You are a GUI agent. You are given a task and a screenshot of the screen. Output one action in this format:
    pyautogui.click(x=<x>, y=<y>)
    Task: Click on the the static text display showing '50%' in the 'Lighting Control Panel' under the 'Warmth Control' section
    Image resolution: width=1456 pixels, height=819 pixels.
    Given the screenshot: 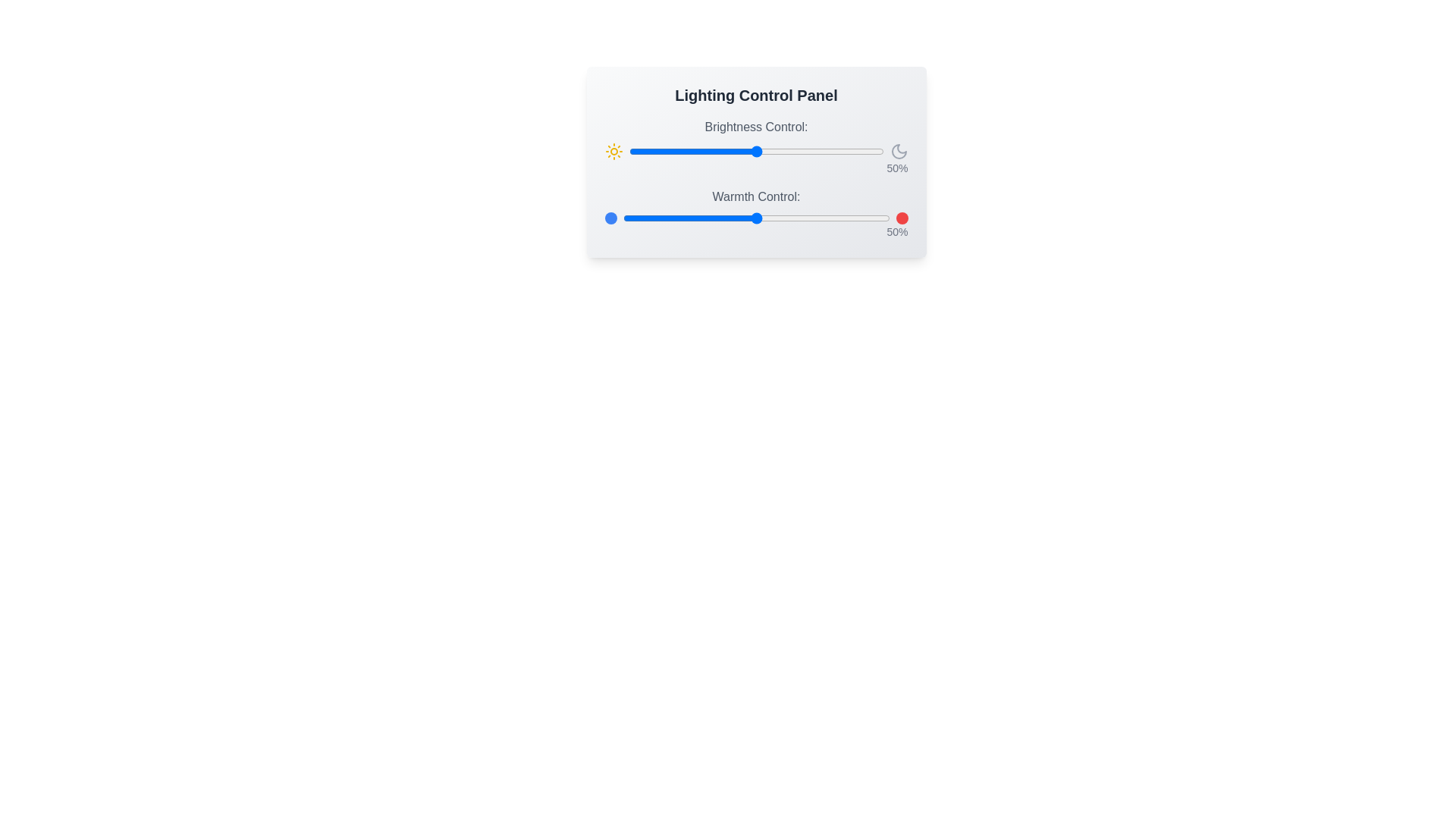 What is the action you would take?
    pyautogui.click(x=756, y=231)
    